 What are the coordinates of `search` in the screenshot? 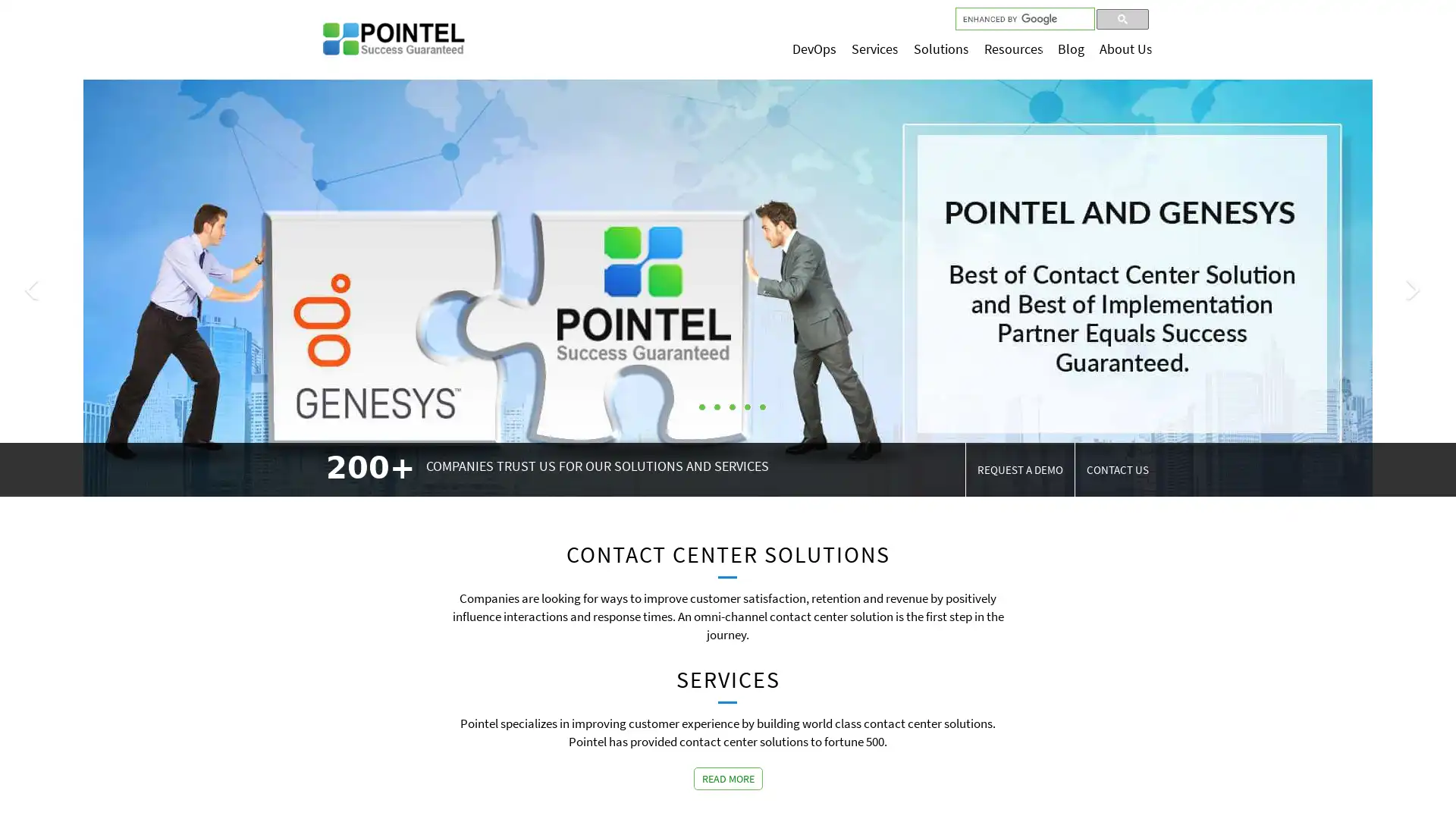 It's located at (1122, 18).